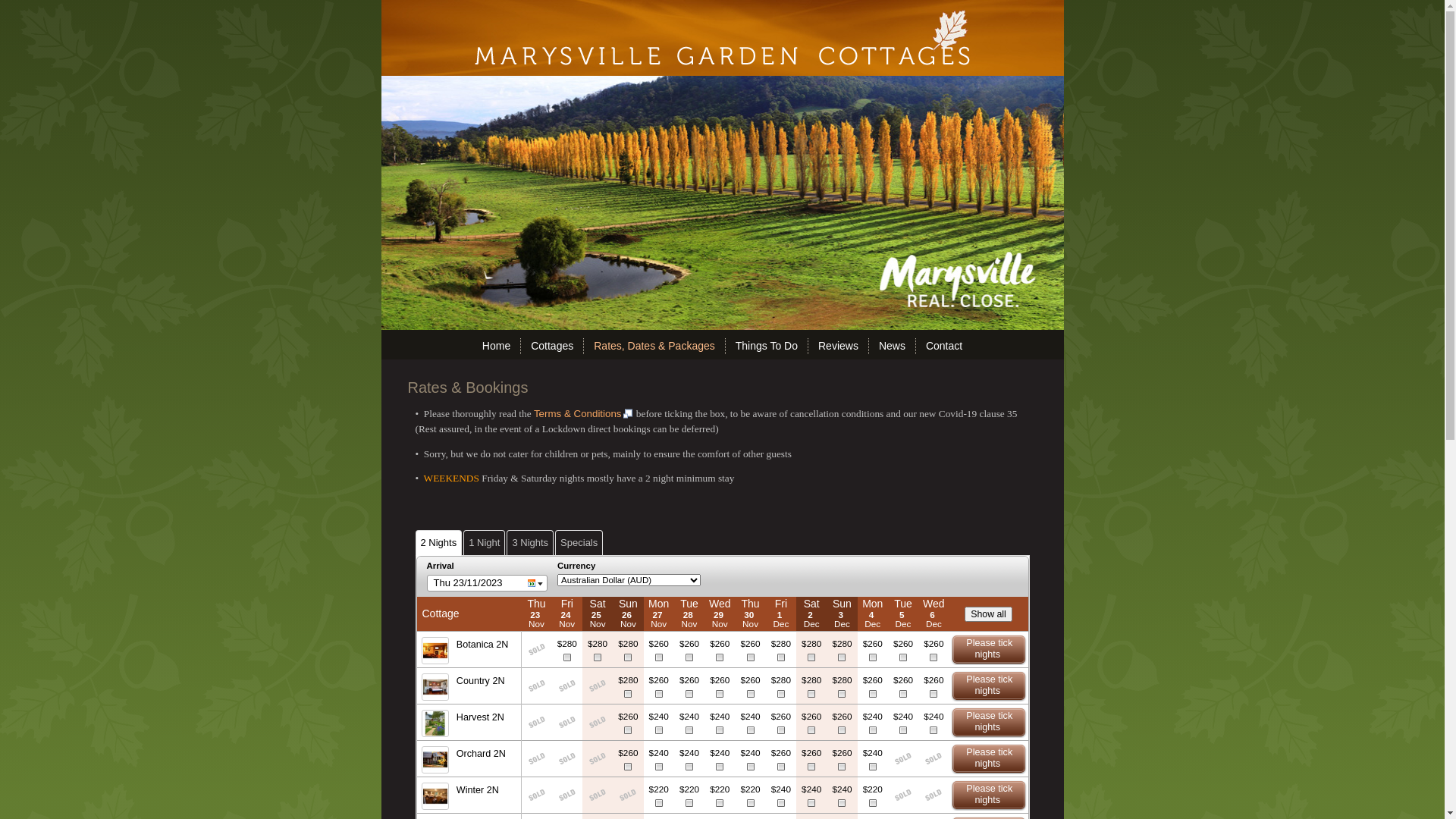 The height and width of the screenshot is (819, 1456). What do you see at coordinates (438, 542) in the screenshot?
I see `'2 Nights'` at bounding box center [438, 542].